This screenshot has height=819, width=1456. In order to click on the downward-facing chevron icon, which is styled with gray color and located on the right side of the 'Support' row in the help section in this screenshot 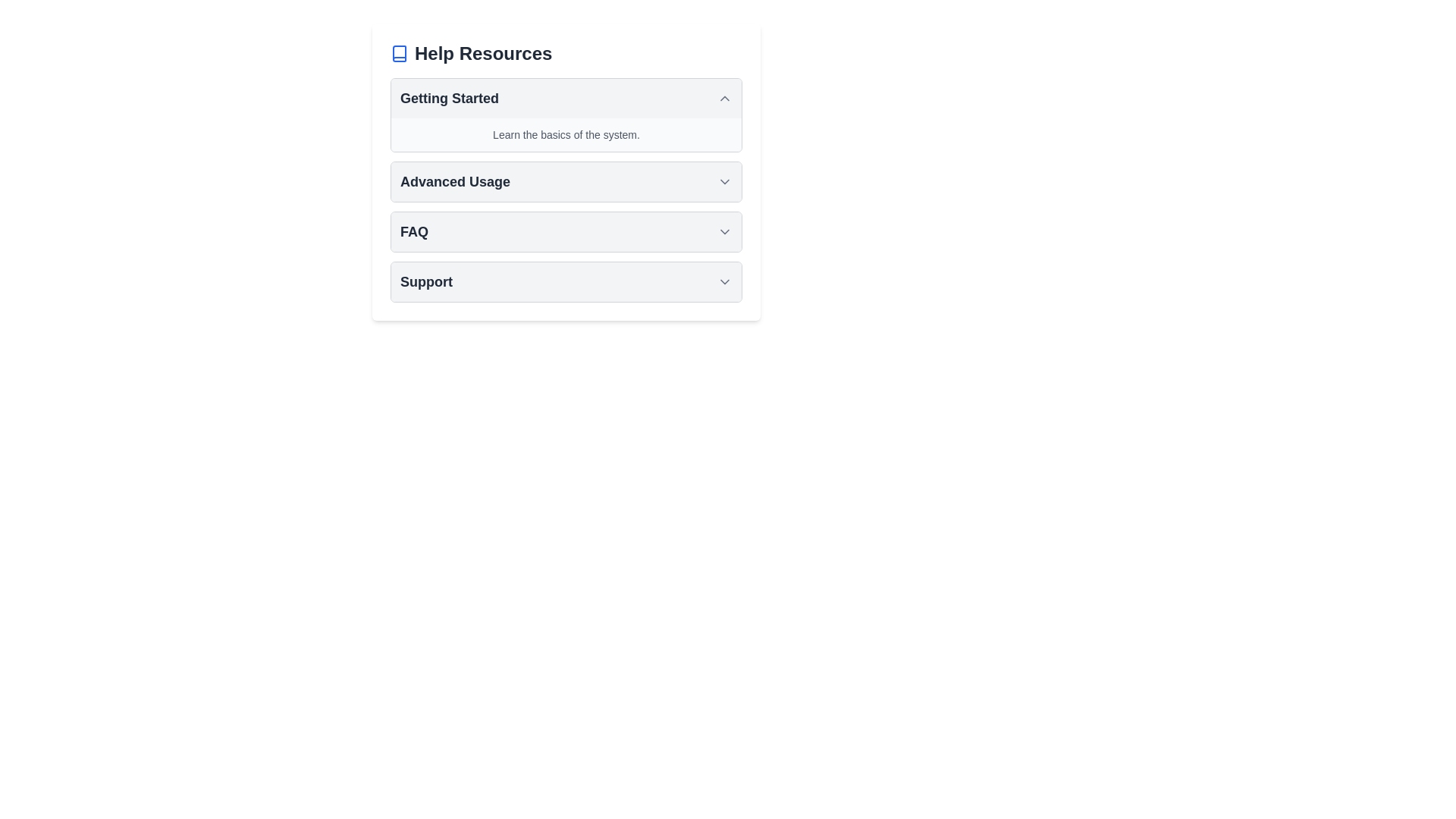, I will do `click(723, 281)`.